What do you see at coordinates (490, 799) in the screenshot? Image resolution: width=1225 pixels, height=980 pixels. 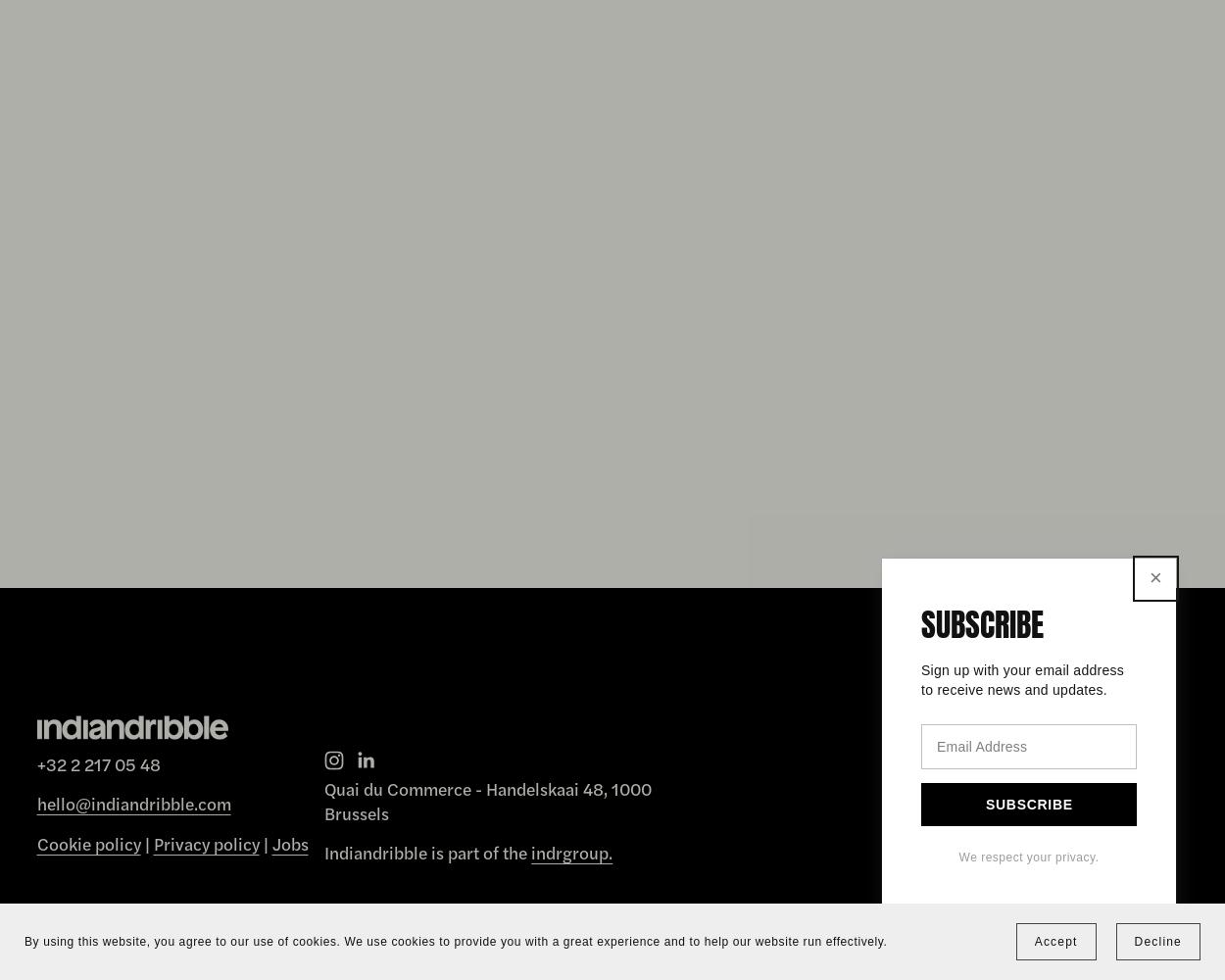 I see `'Quai du Commerce - Handelskaai 48, 1000 Brussels'` at bounding box center [490, 799].